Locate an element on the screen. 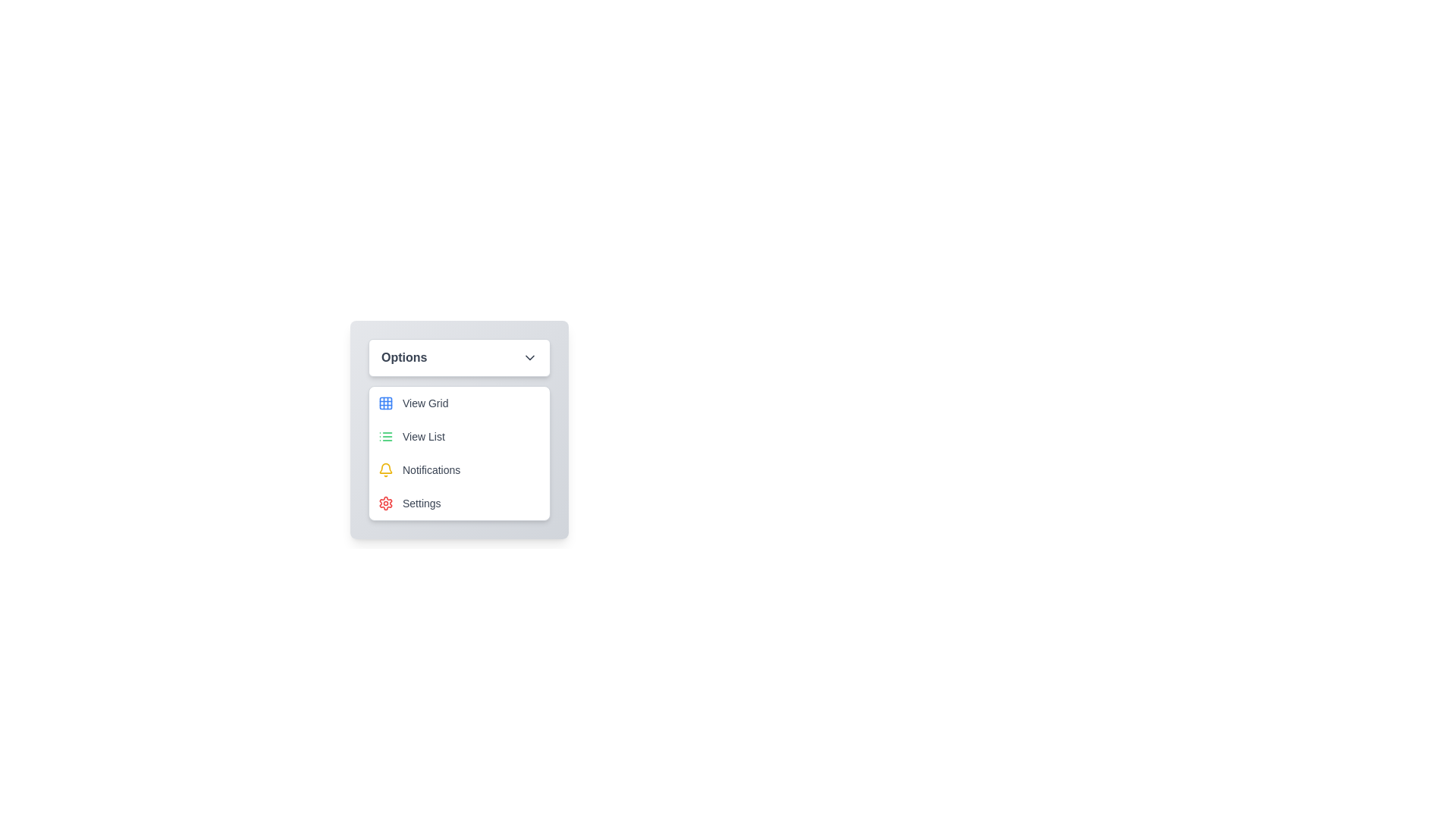 This screenshot has height=819, width=1456. the 'View List' button-like list item element using keyboard navigation is located at coordinates (458, 436).